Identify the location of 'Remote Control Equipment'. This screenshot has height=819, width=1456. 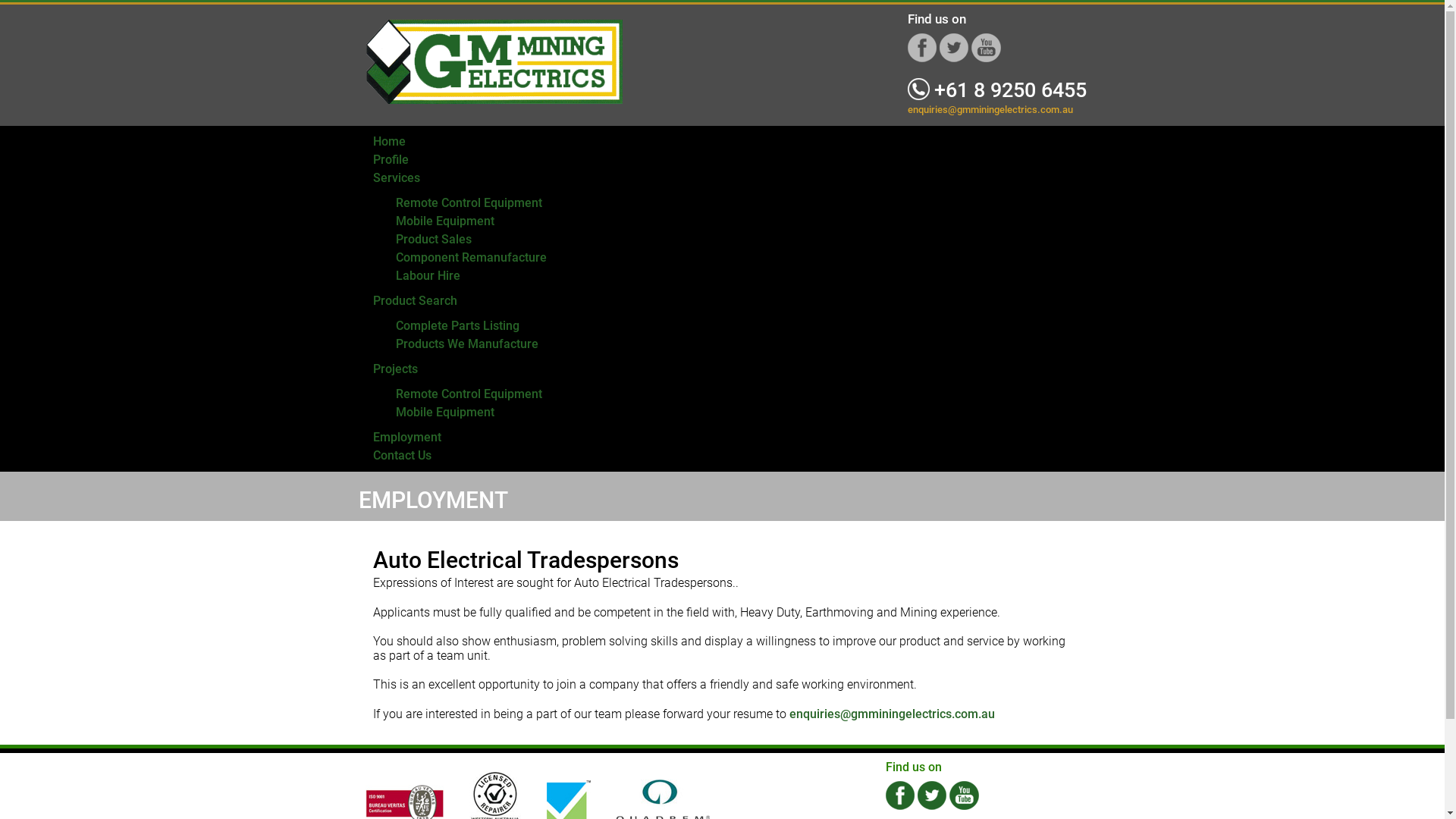
(468, 202).